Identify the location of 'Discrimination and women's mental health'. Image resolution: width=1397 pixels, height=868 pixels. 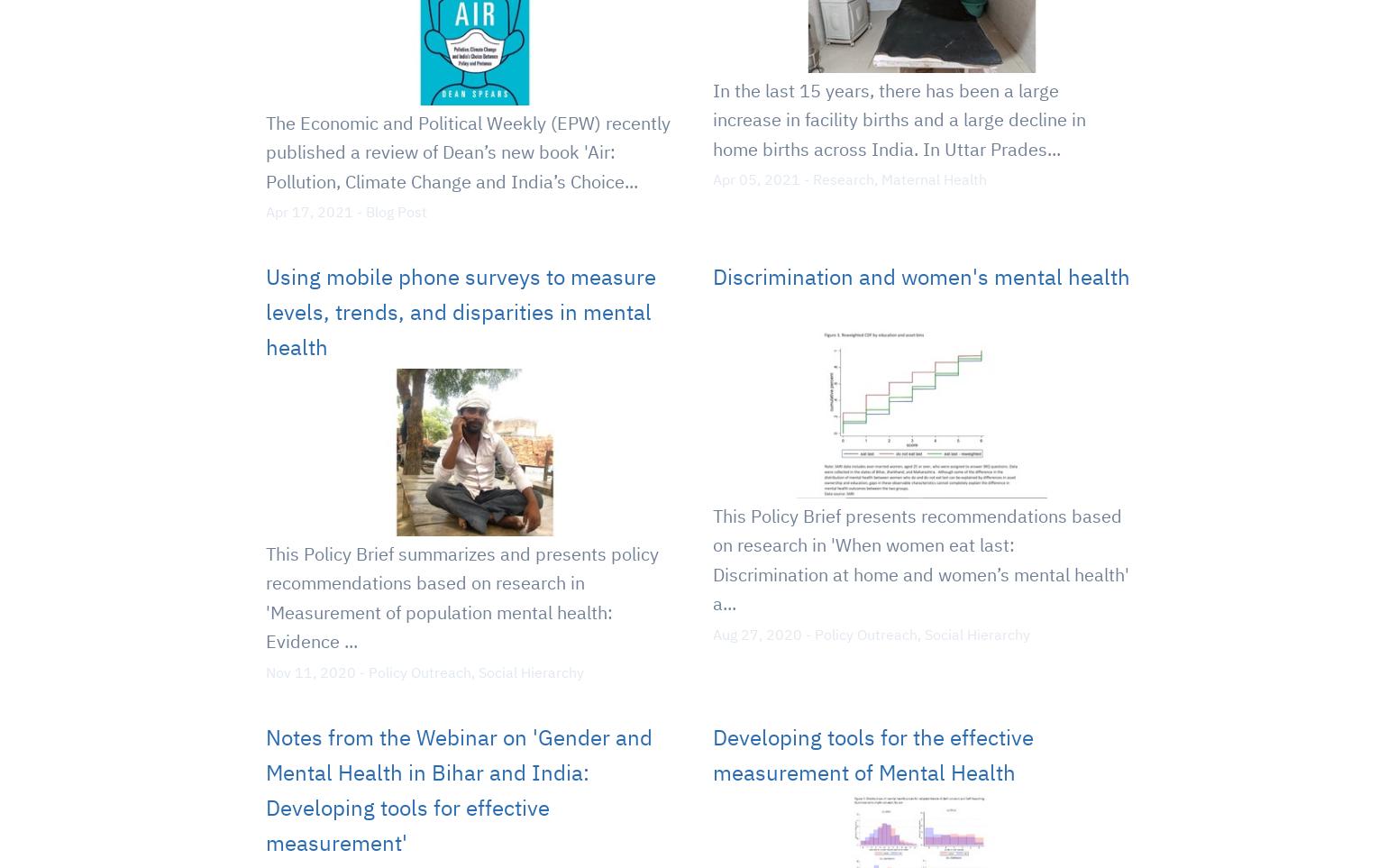
(711, 277).